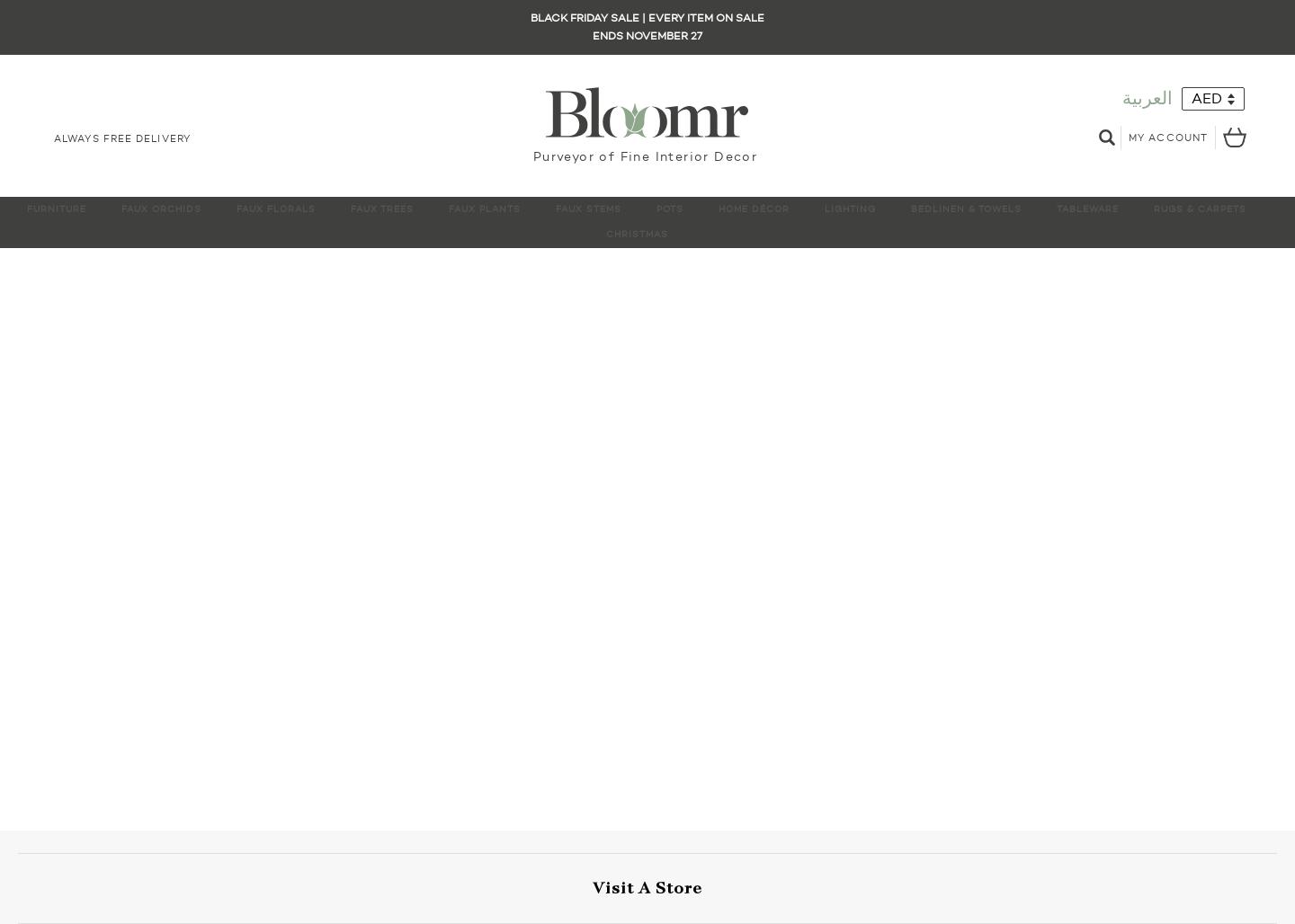  What do you see at coordinates (381, 208) in the screenshot?
I see `'Faux Trees'` at bounding box center [381, 208].